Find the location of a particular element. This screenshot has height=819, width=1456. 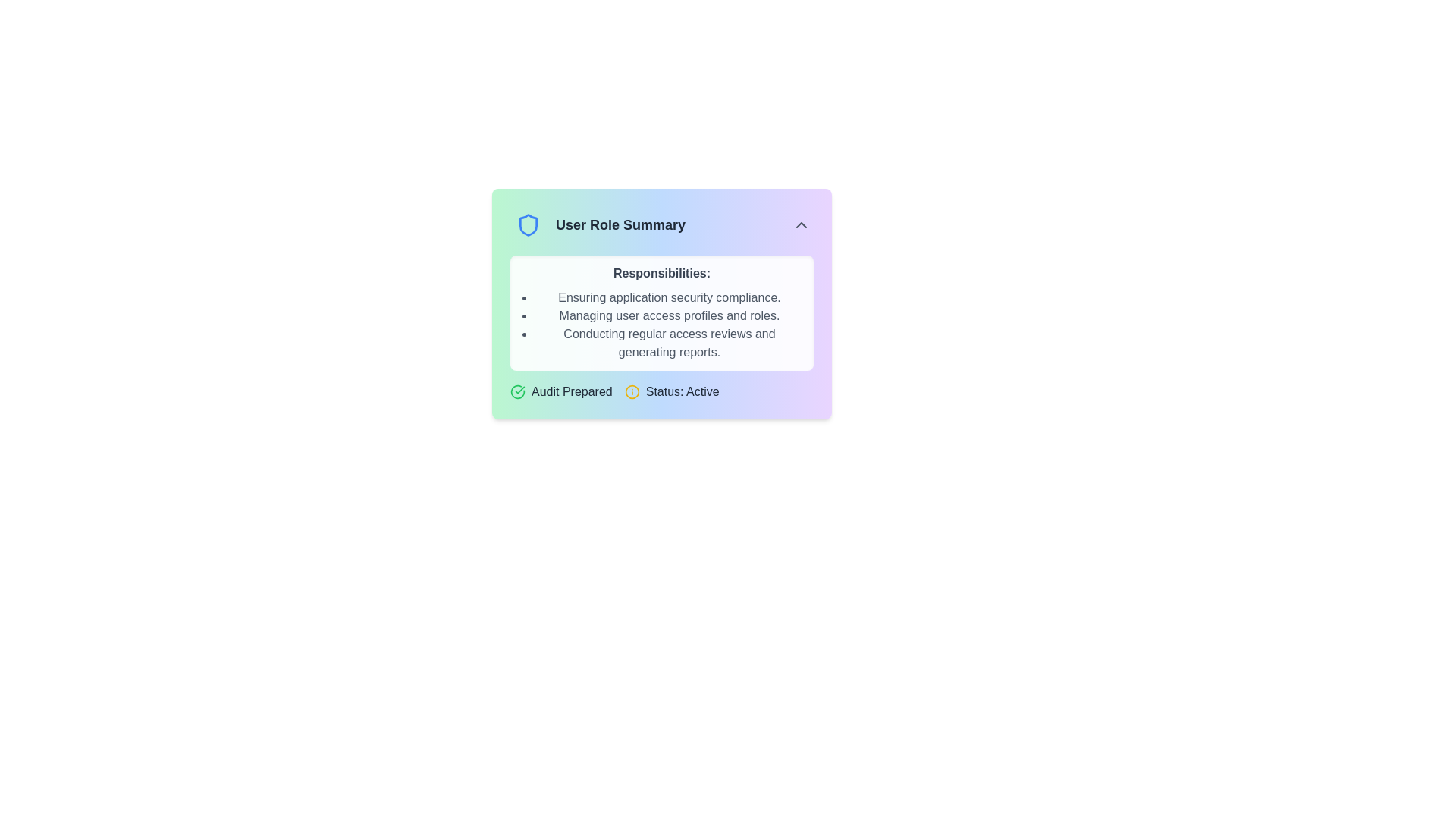

the bulleted list displaying responsibilities related to user role management is located at coordinates (662, 324).